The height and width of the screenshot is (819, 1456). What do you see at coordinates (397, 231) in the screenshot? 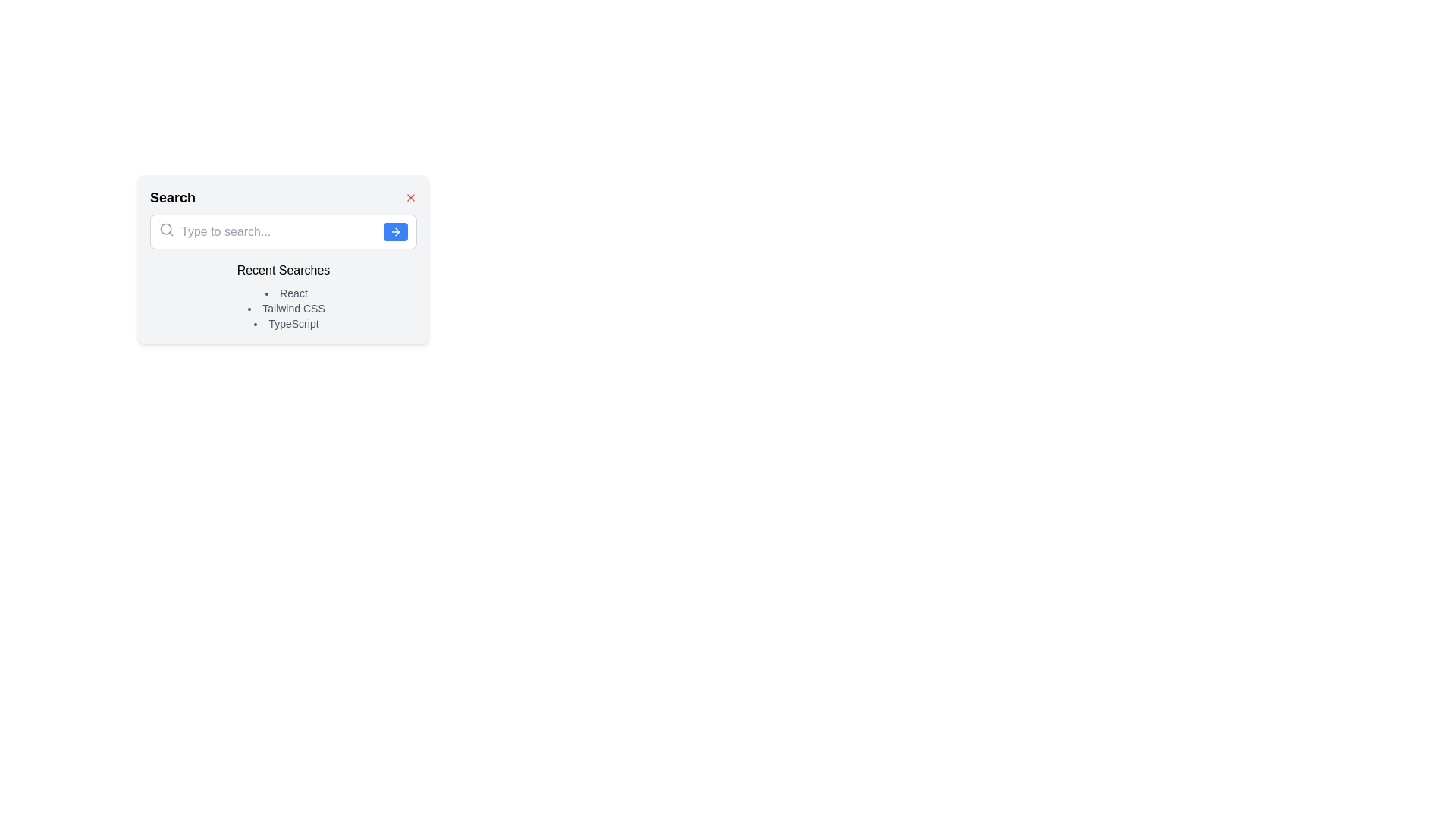
I see `the Right-Arrow icon located on the right side of the search bar, which represents an action for progressing or confirming` at bounding box center [397, 231].